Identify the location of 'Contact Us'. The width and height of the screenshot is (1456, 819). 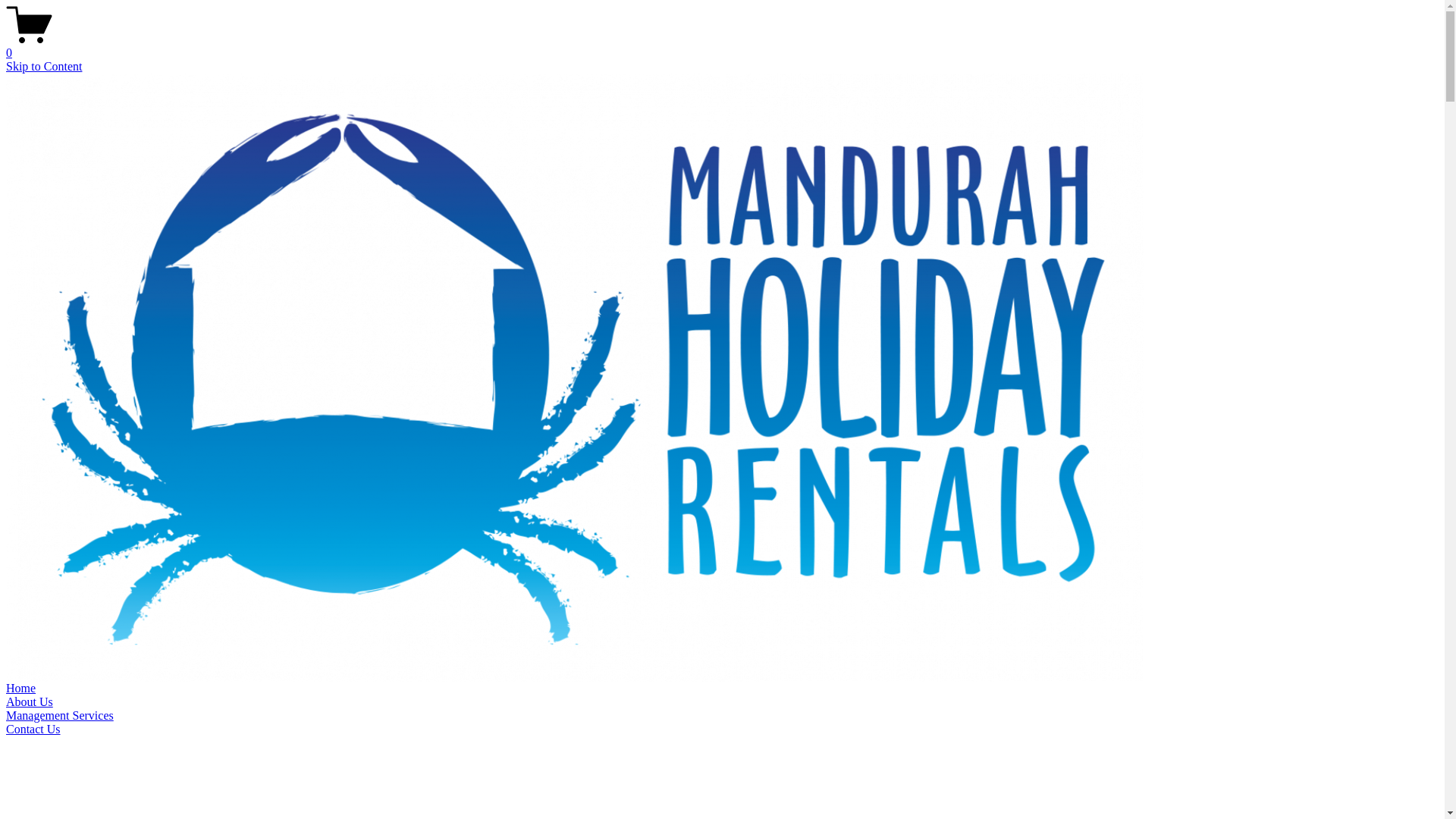
(33, 728).